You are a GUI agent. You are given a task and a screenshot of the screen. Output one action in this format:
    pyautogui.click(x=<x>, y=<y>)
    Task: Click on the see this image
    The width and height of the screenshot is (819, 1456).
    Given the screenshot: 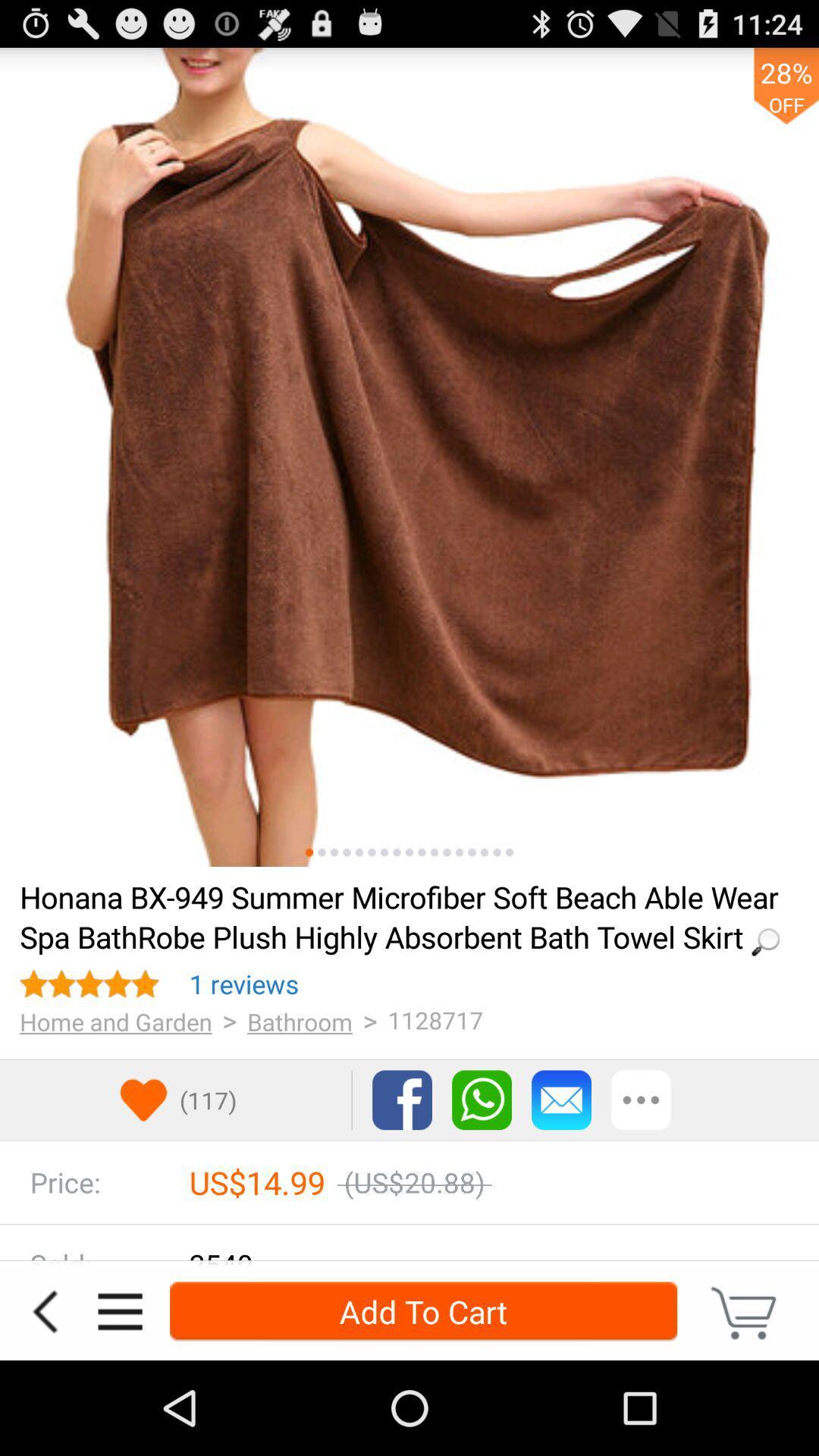 What is the action you would take?
    pyautogui.click(x=446, y=852)
    